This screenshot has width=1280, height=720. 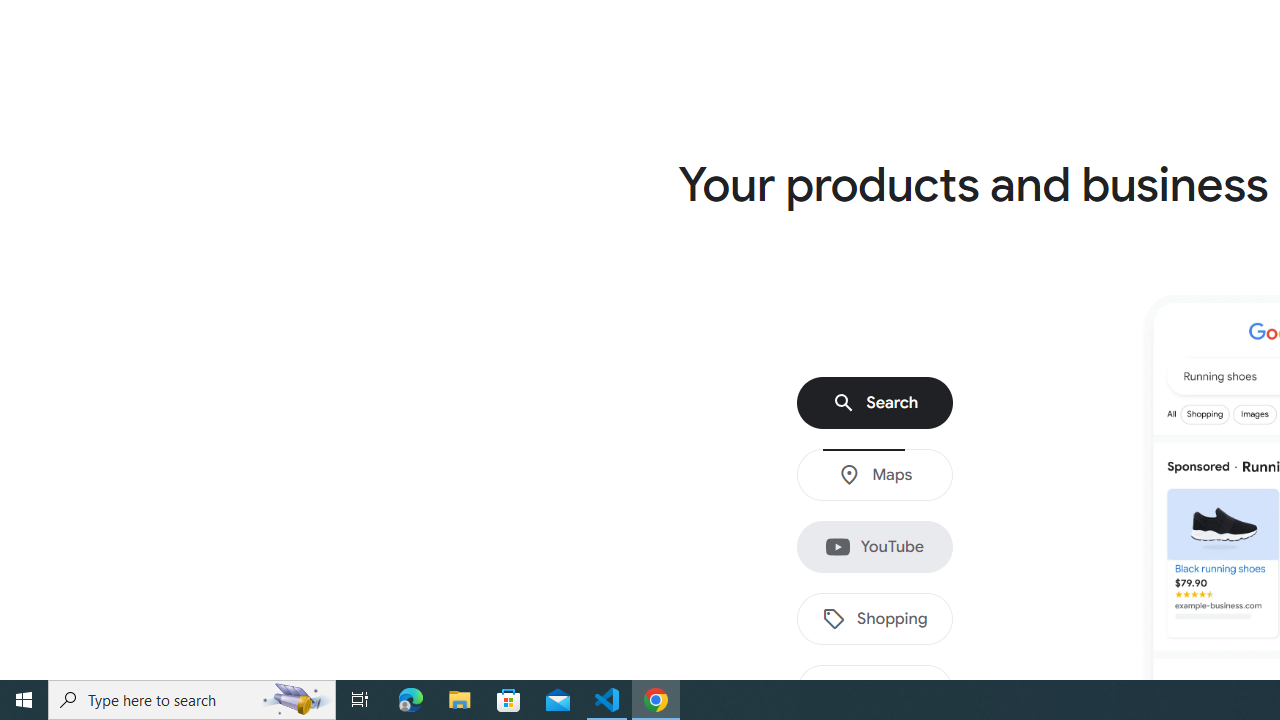 What do you see at coordinates (192, 698) in the screenshot?
I see `'Type here to search'` at bounding box center [192, 698].